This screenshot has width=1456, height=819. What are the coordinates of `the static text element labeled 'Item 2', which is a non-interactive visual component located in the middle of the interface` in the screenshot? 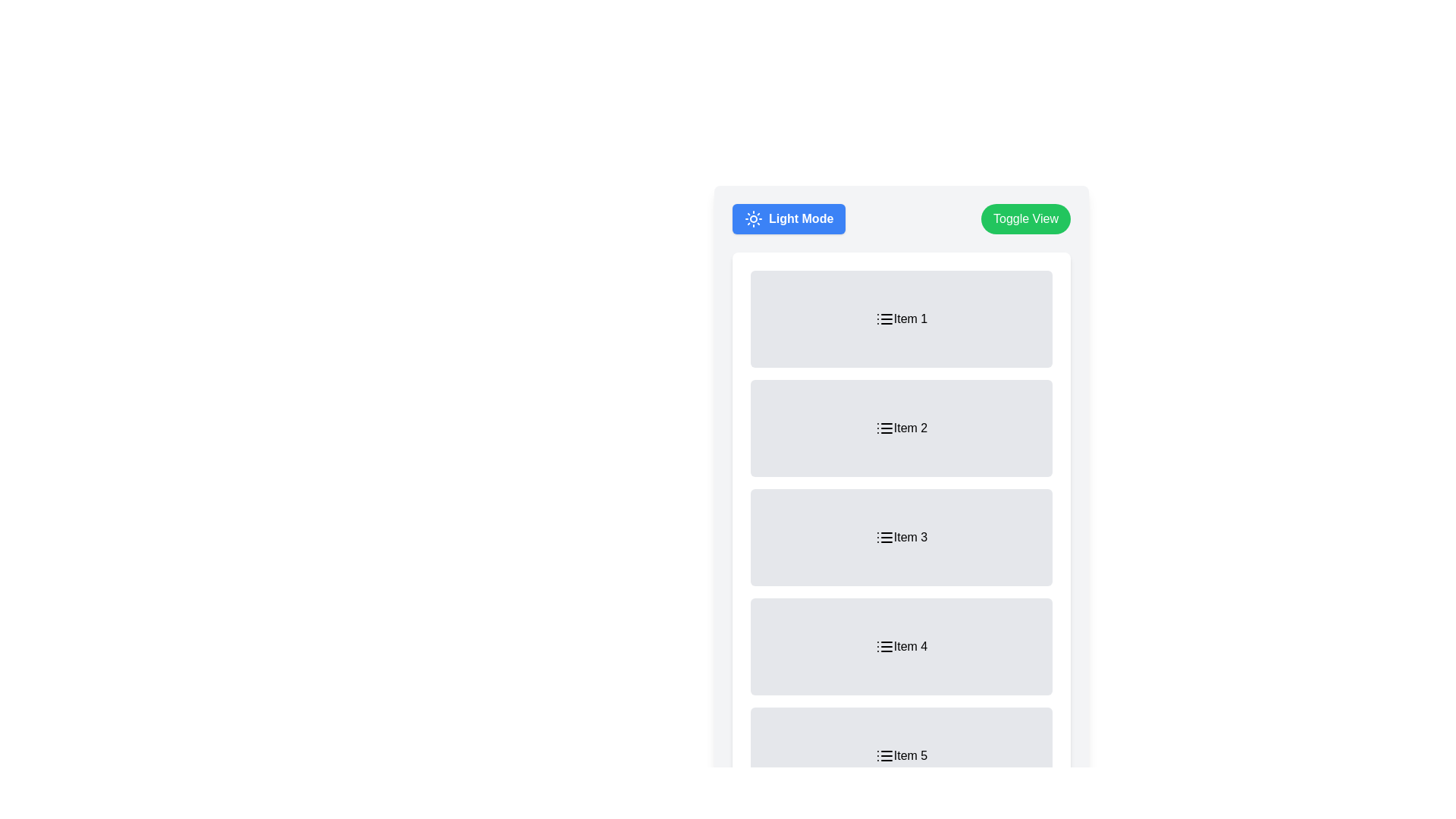 It's located at (902, 428).